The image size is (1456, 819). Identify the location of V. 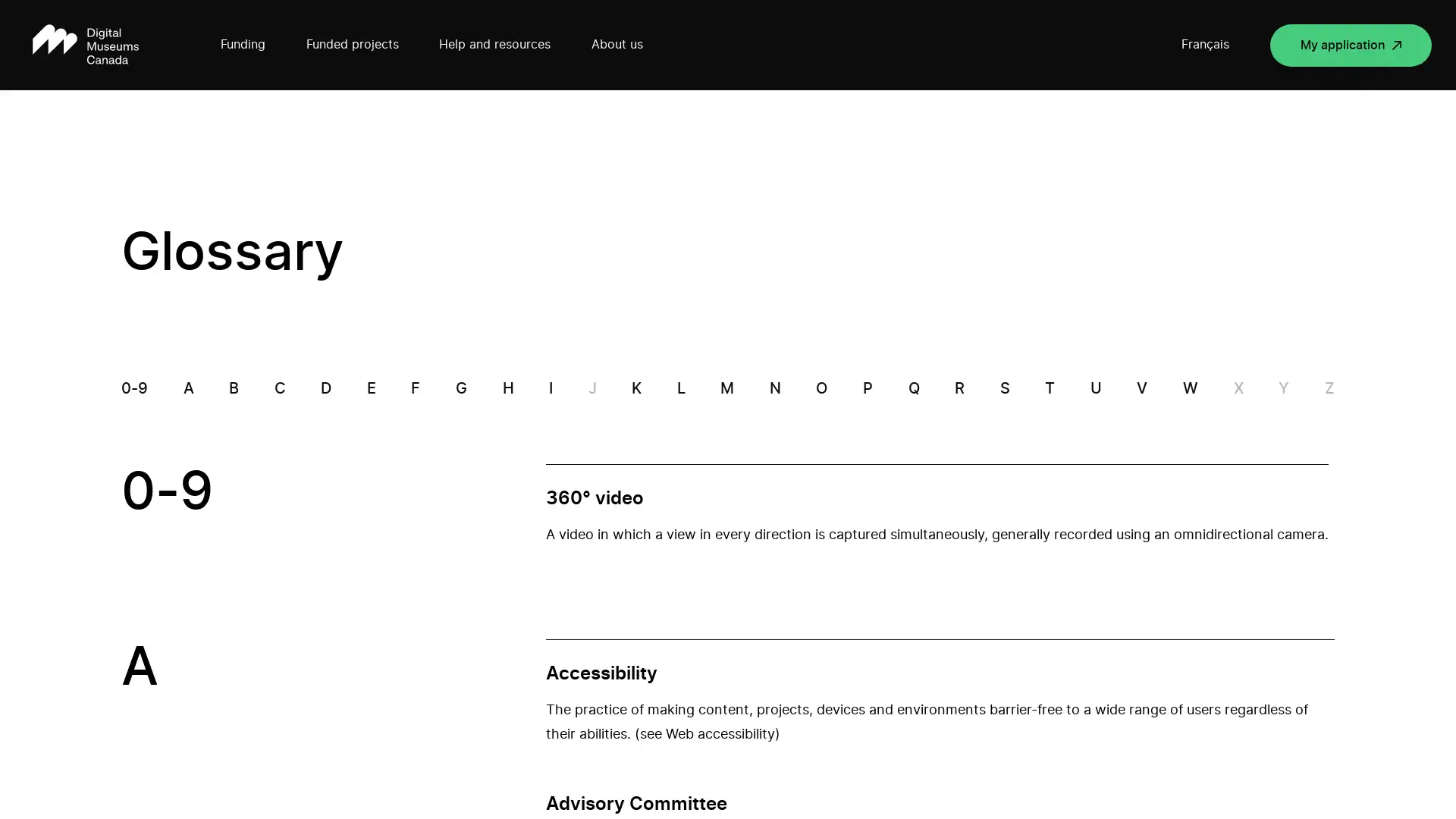
(1142, 388).